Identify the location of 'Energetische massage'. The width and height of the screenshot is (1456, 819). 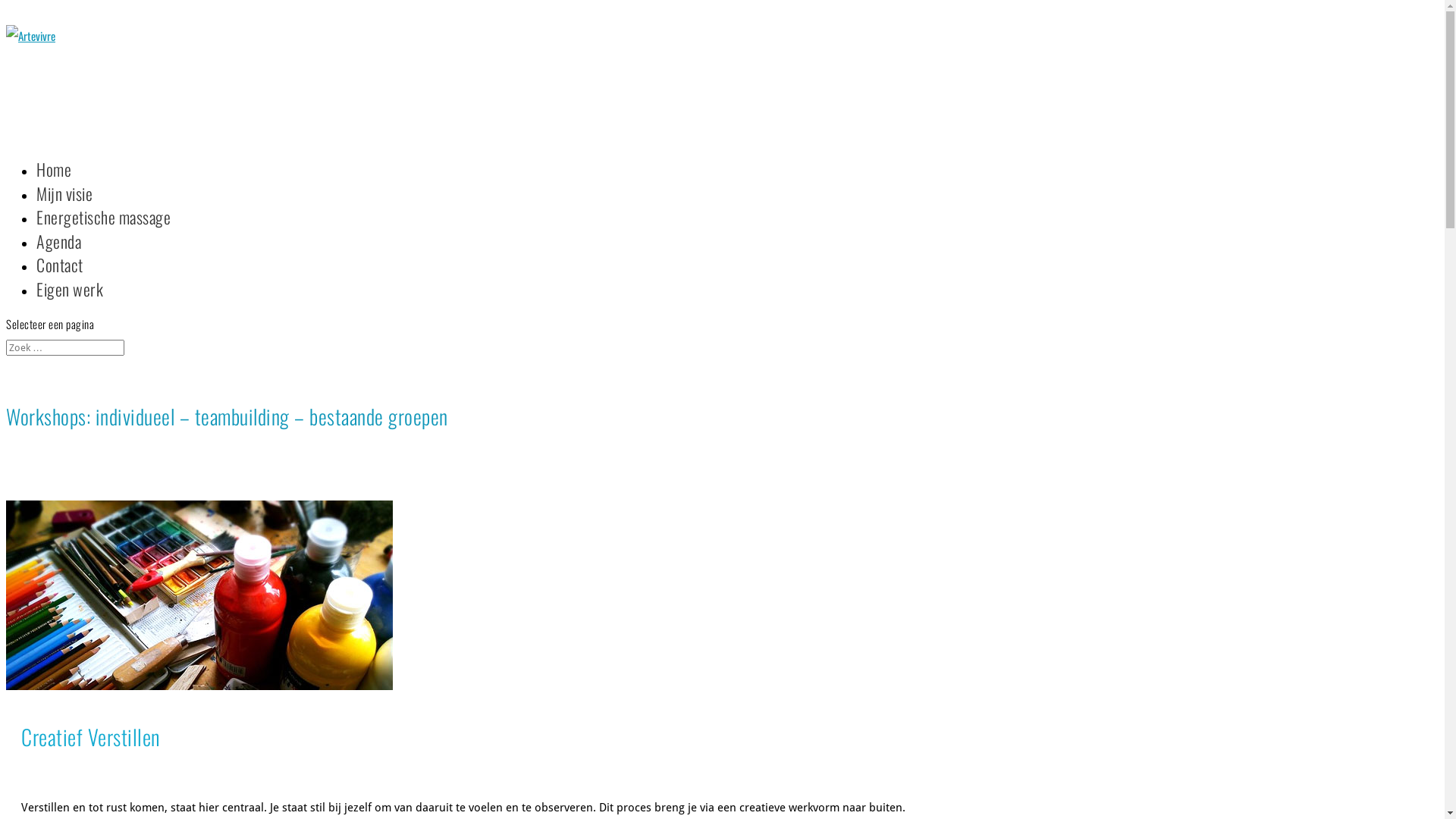
(102, 234).